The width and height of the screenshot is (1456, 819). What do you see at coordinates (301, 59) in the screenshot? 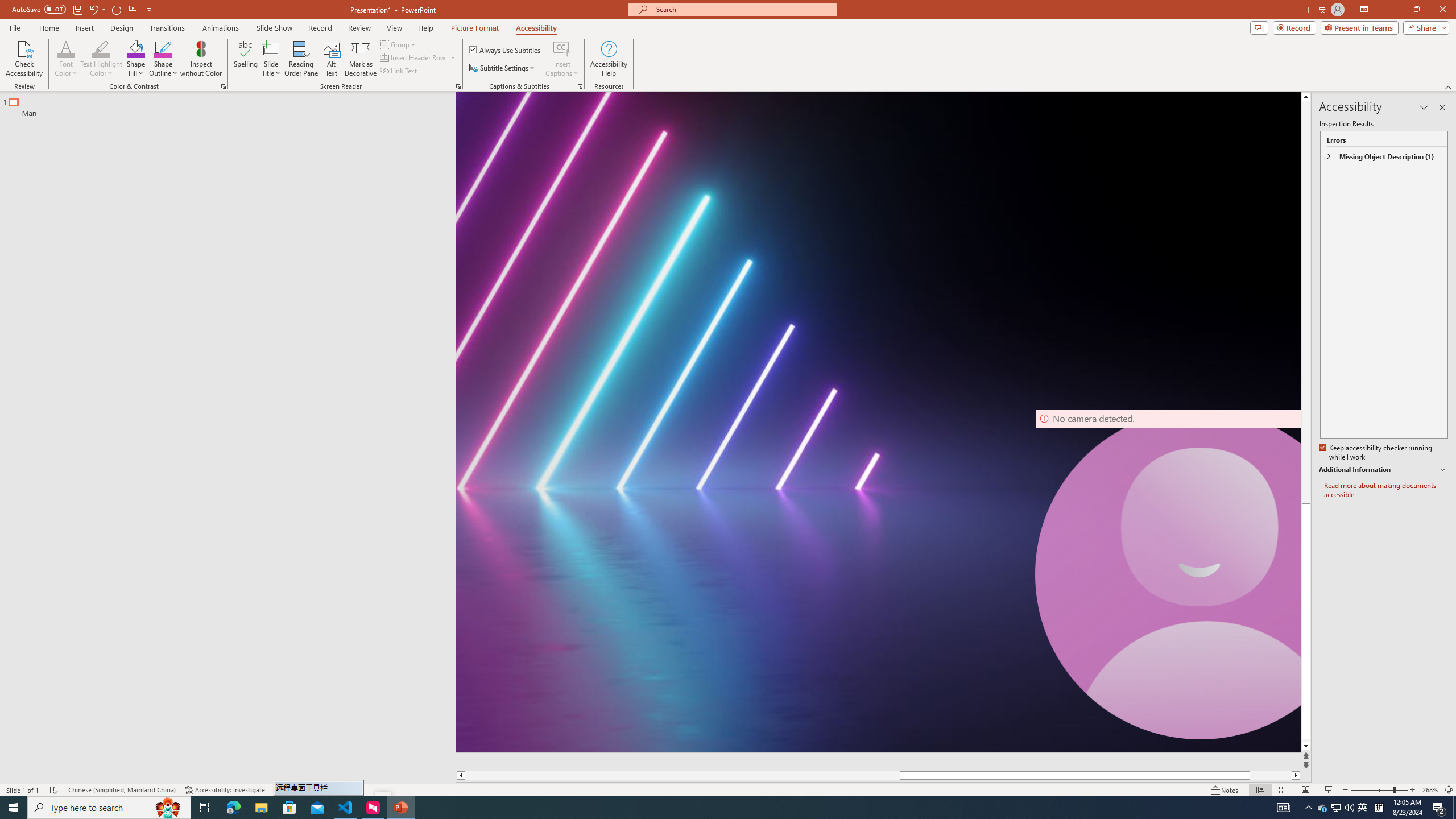
I see `'Reading Order Pane'` at bounding box center [301, 59].